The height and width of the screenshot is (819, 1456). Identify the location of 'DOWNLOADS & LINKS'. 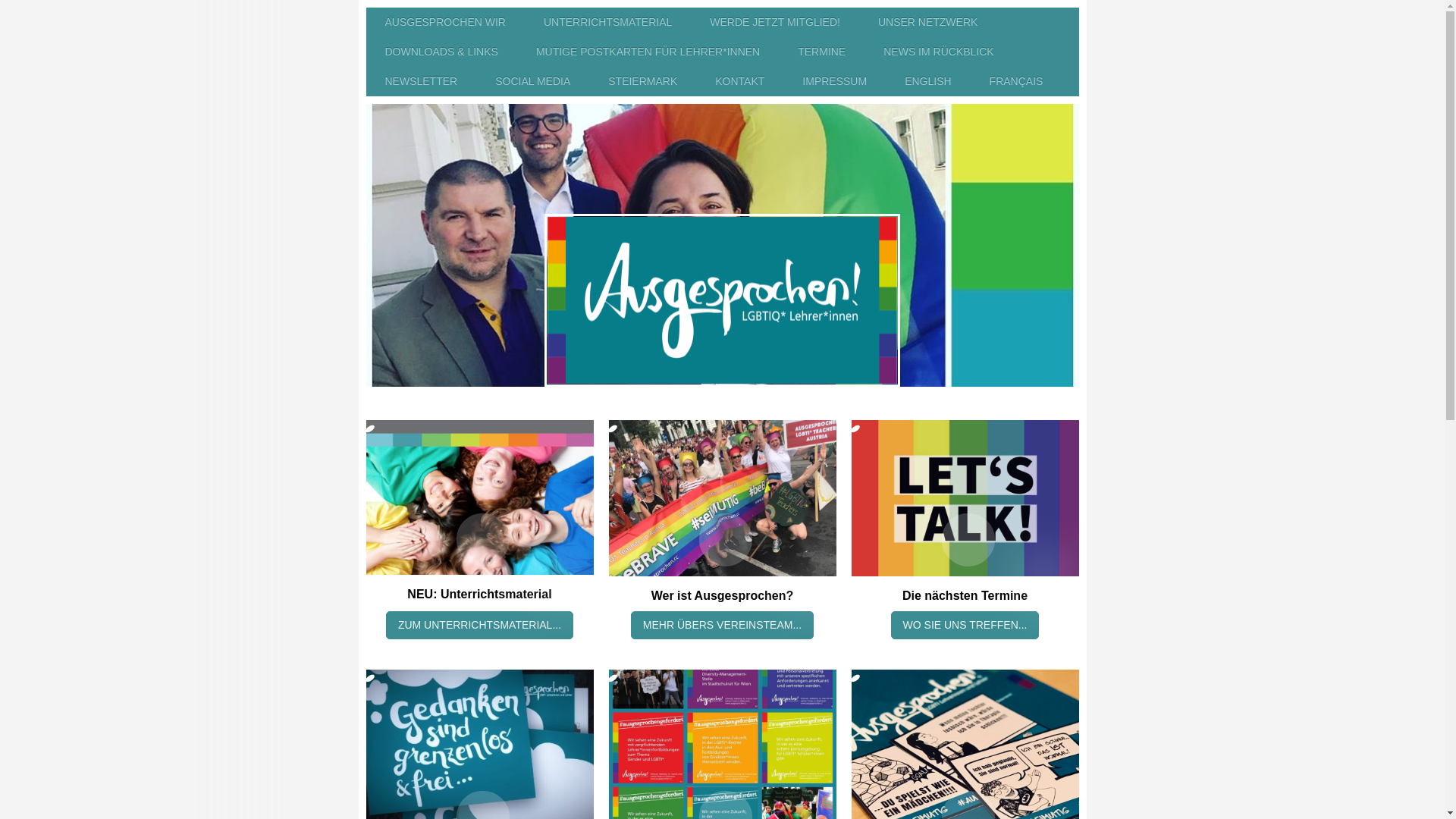
(365, 51).